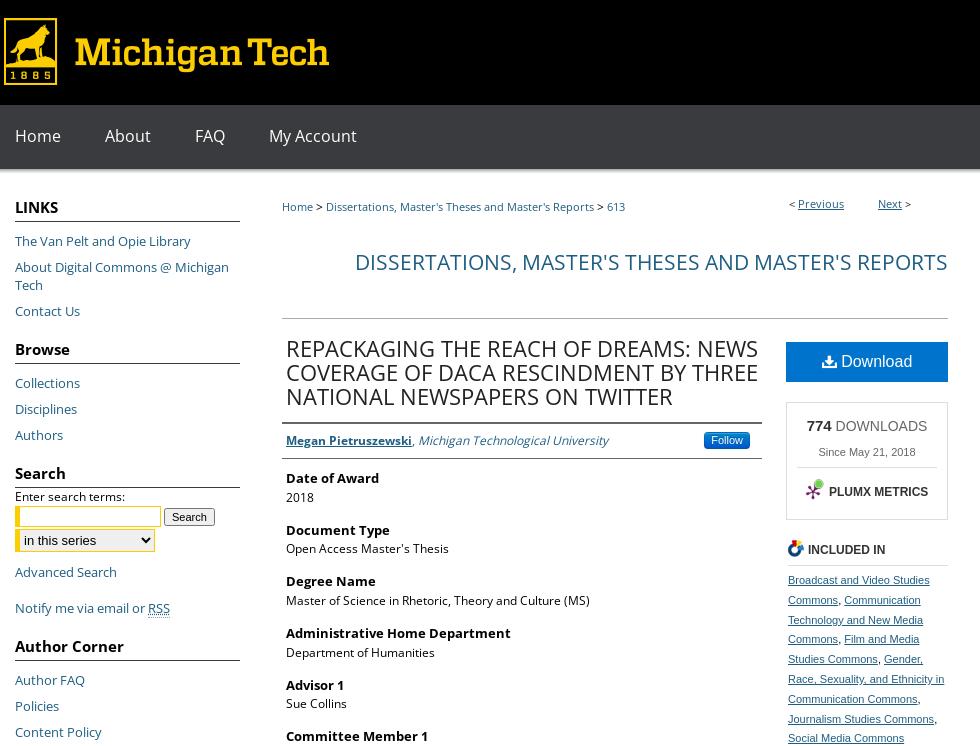 This screenshot has height=746, width=980. What do you see at coordinates (846, 548) in the screenshot?
I see `'Included in'` at bounding box center [846, 548].